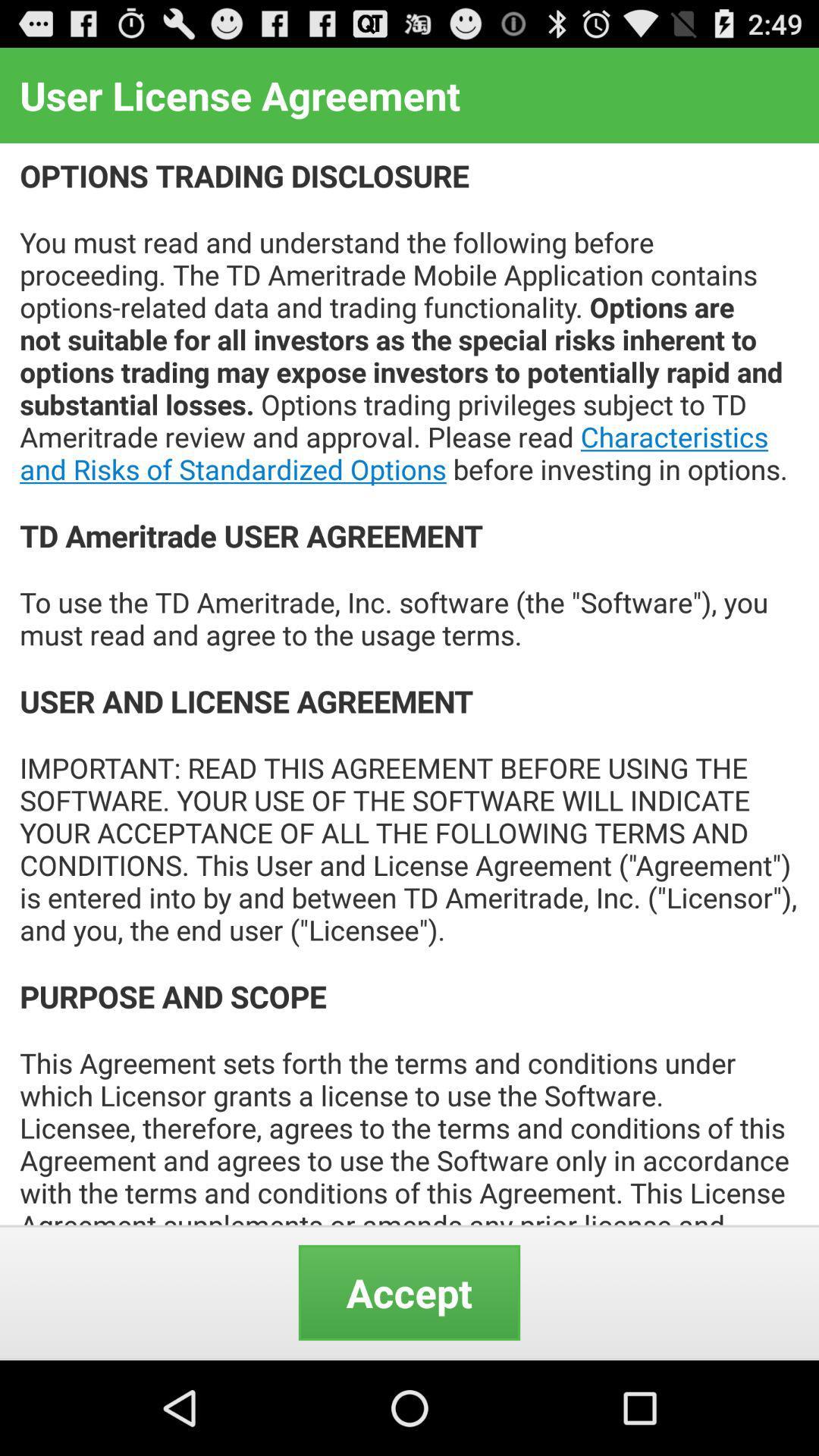 The width and height of the screenshot is (819, 1456). Describe the element at coordinates (409, 683) in the screenshot. I see `button above accept` at that location.